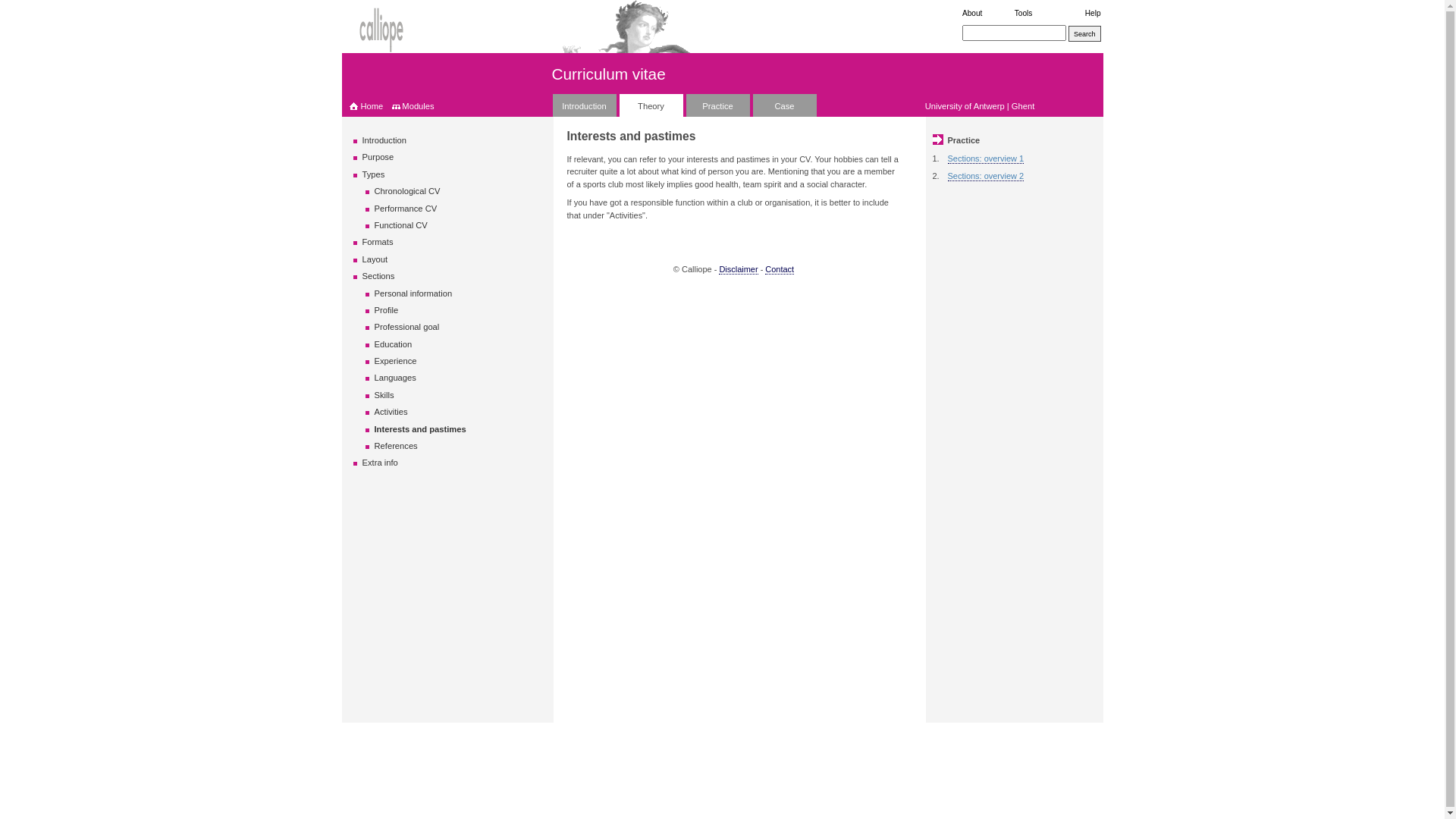 The width and height of the screenshot is (1456, 819). Describe the element at coordinates (362, 140) in the screenshot. I see `'Introduction'` at that location.